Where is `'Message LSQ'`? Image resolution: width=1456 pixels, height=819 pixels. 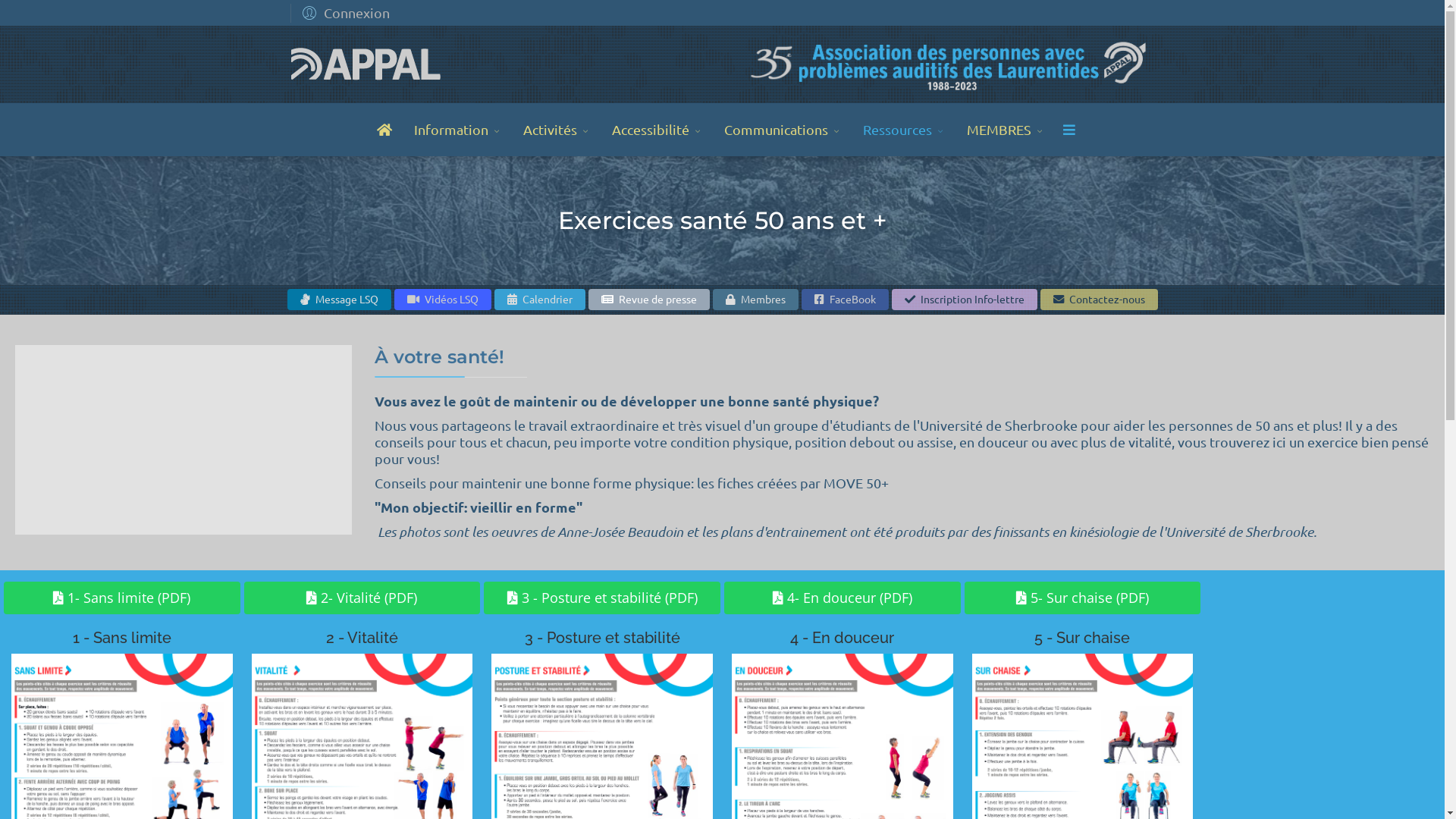 'Message LSQ' is located at coordinates (337, 299).